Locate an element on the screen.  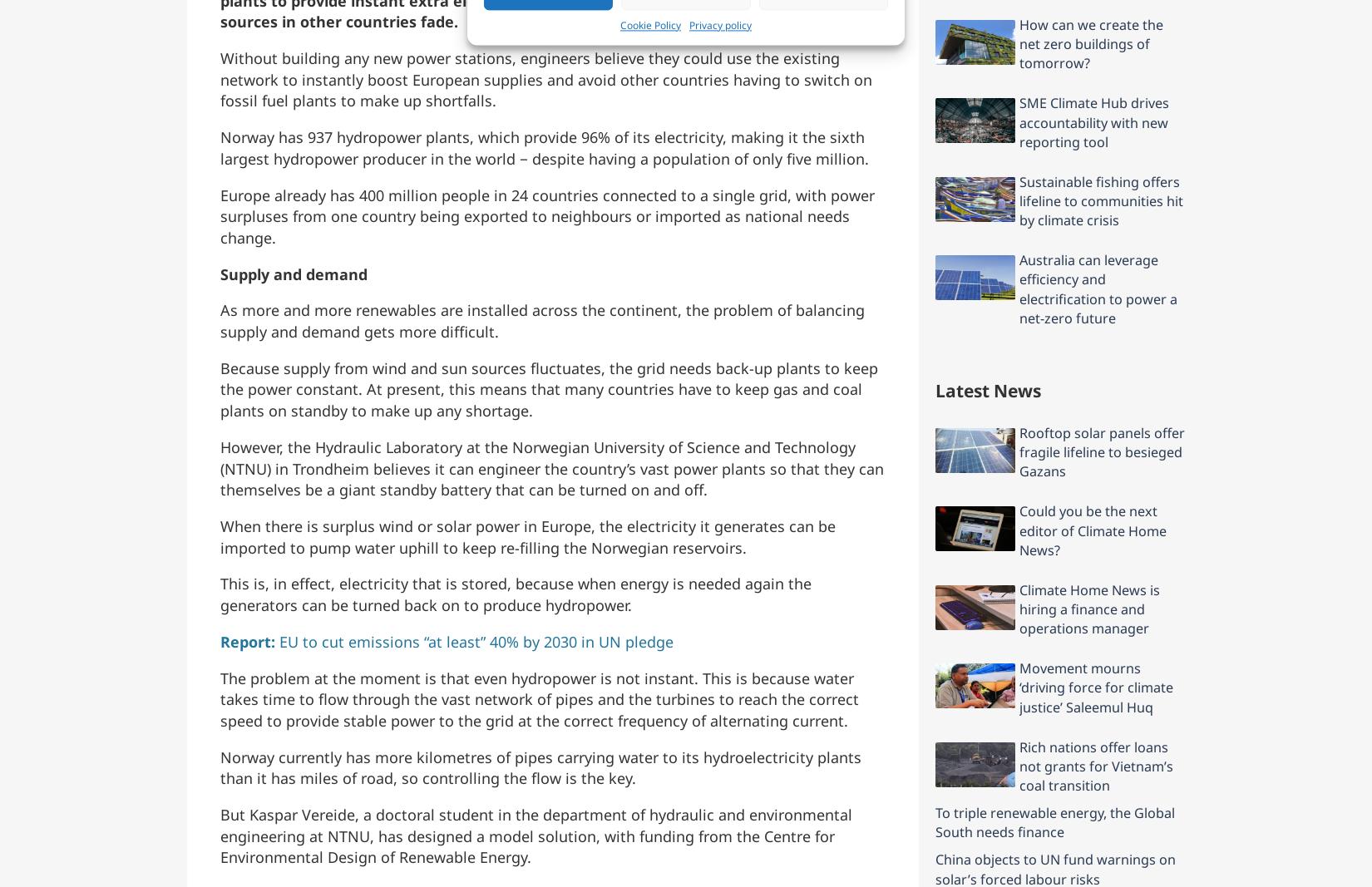
'To triple renewable energy, the Global South needs finance' is located at coordinates (1054, 822).